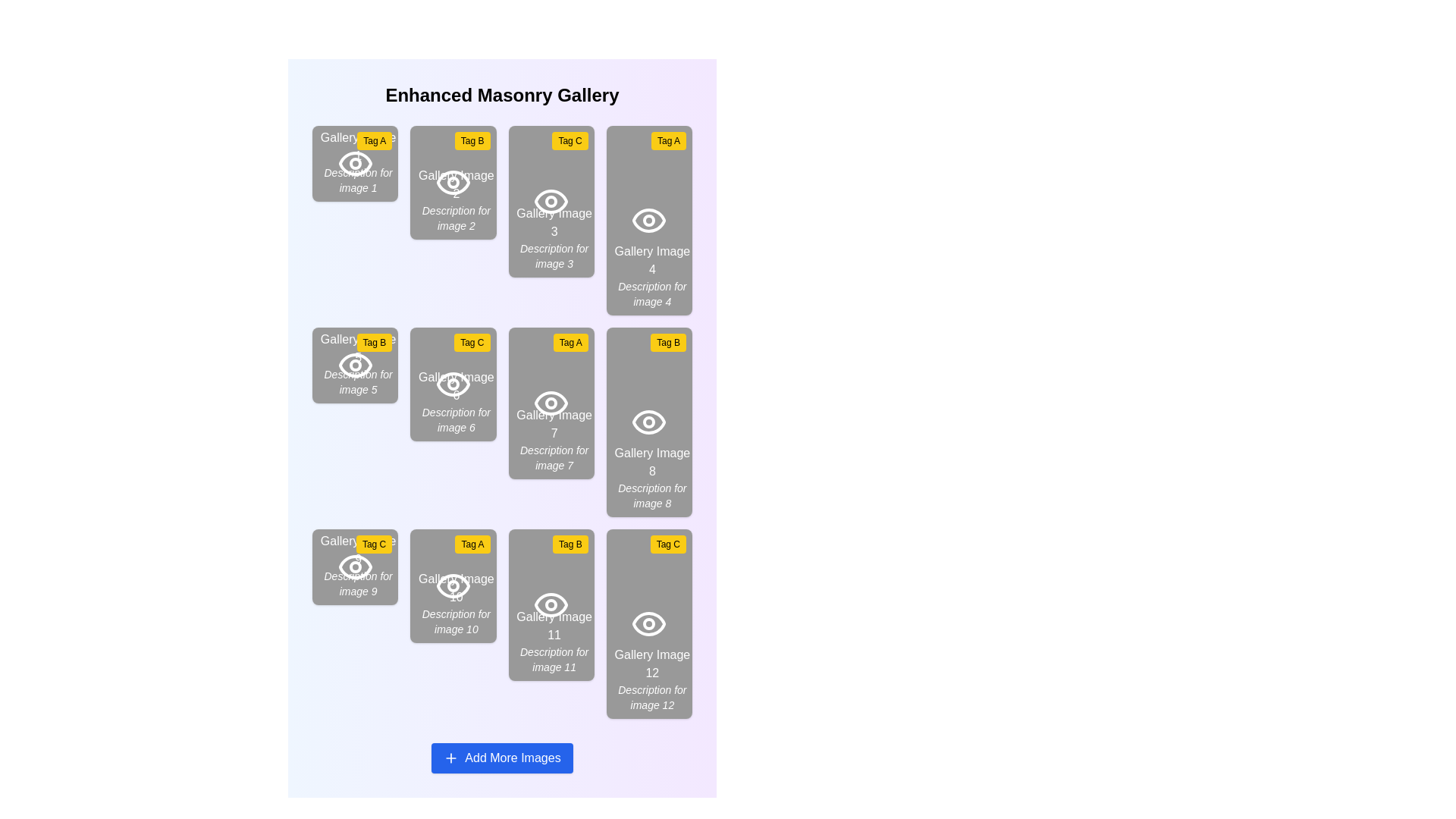 Image resolution: width=1456 pixels, height=819 pixels. Describe the element at coordinates (551, 201) in the screenshot. I see `the state of the icon located at the center of the card labeled 'Gallery Image 3', which is under the 'Tag C' marker in the gallery grid` at that location.